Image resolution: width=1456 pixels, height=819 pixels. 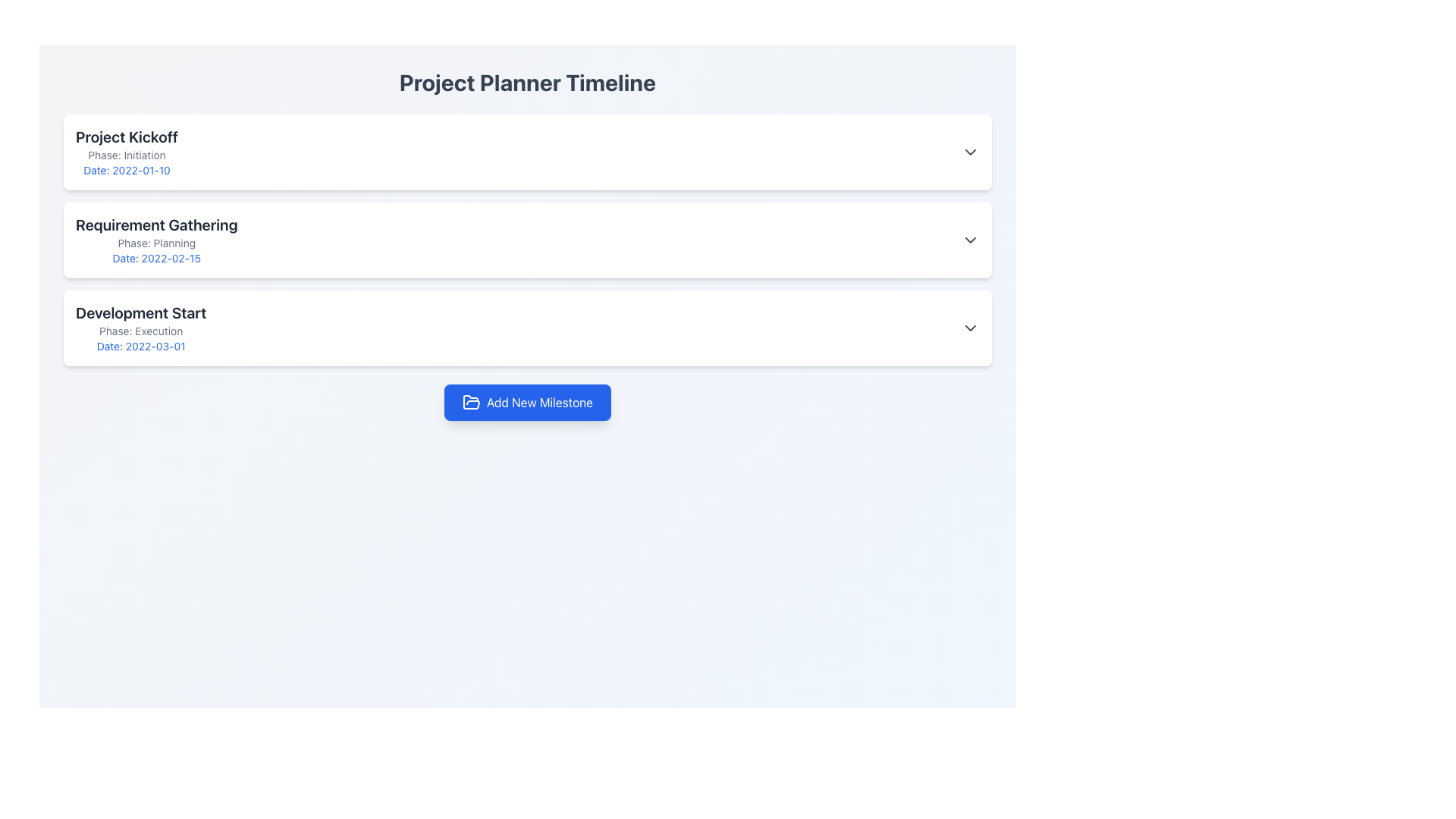 I want to click on the open folder icon located above the 'Add New Milestone' button, so click(x=470, y=401).